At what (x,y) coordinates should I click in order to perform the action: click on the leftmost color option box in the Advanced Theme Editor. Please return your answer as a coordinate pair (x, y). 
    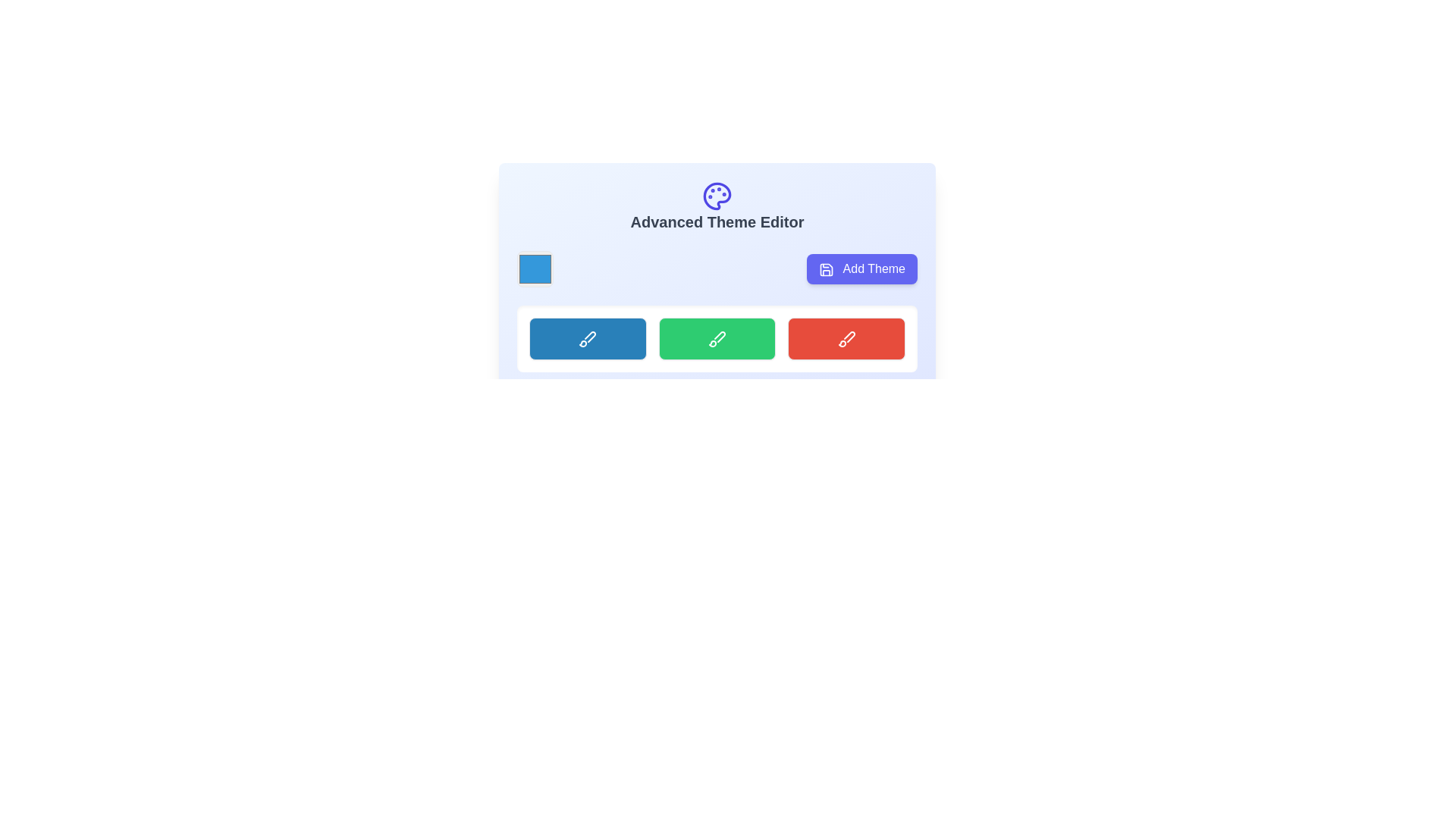
    Looking at the image, I should click on (535, 268).